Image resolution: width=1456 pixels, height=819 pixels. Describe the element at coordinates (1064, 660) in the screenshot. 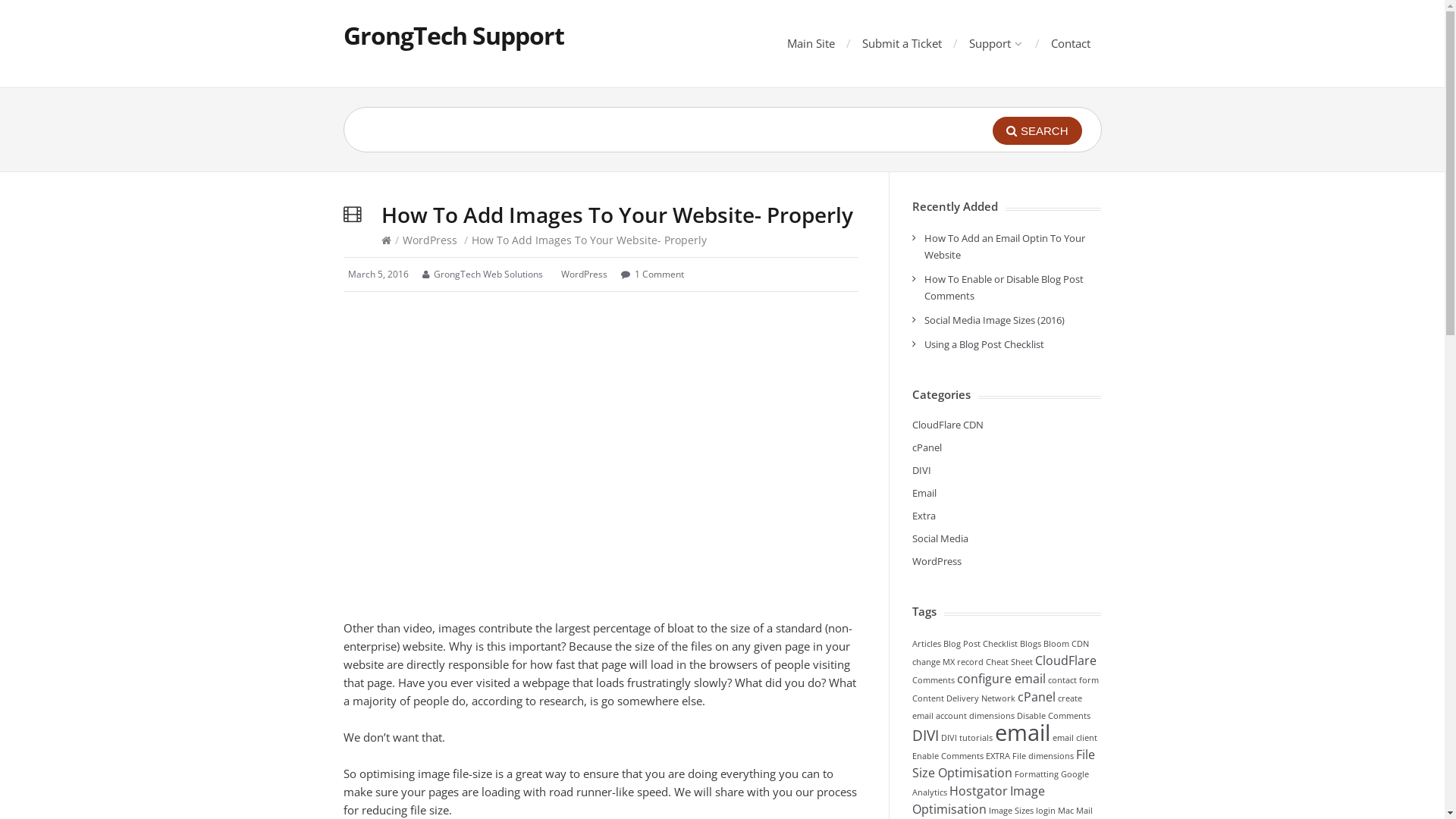

I see `'CloudFlare'` at that location.